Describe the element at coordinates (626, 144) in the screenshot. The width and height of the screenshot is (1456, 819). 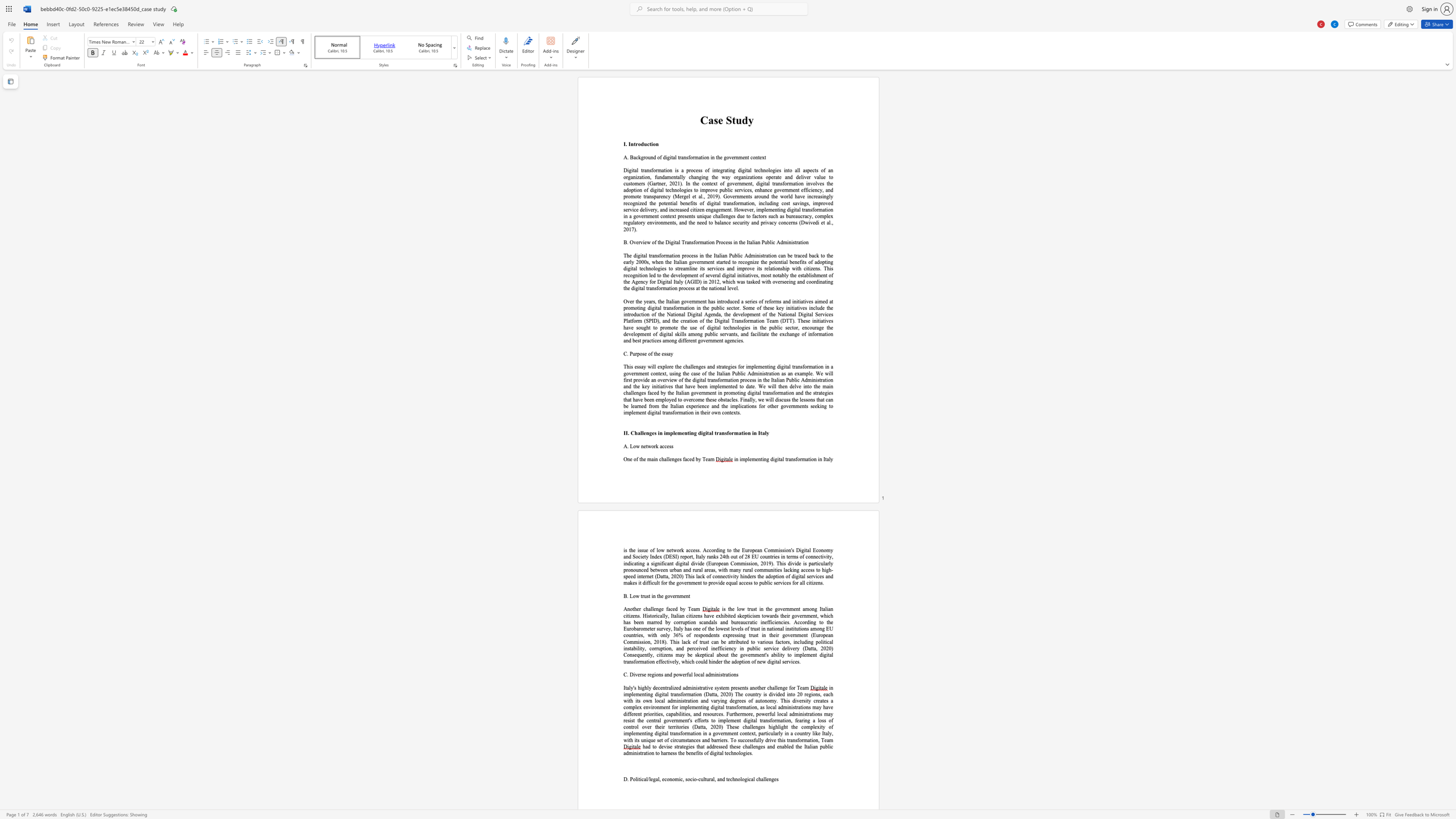
I see `the 1th character "." in the text` at that location.